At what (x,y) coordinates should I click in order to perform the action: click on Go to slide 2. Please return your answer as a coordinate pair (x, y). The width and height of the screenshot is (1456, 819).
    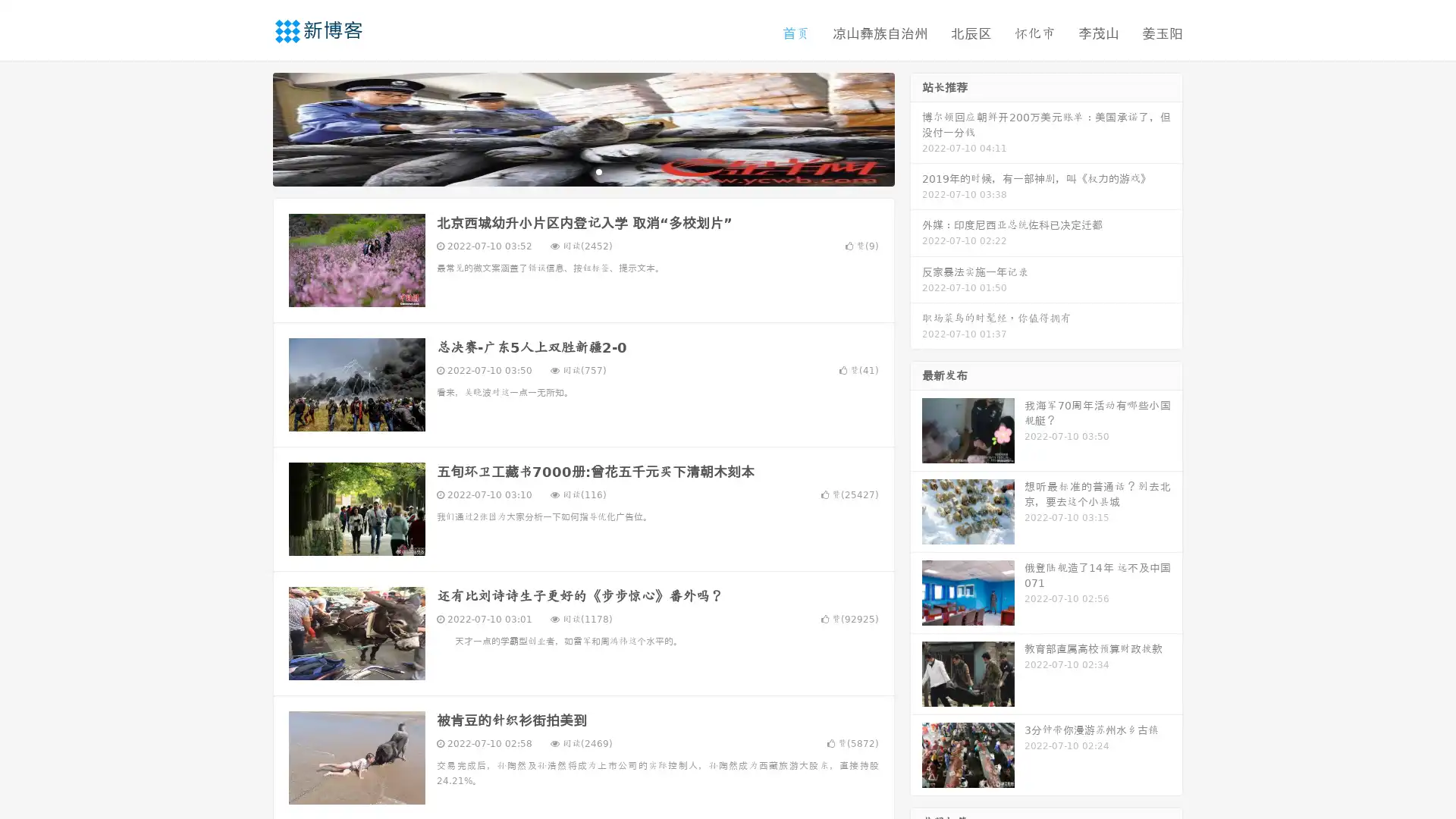
    Looking at the image, I should click on (582, 171).